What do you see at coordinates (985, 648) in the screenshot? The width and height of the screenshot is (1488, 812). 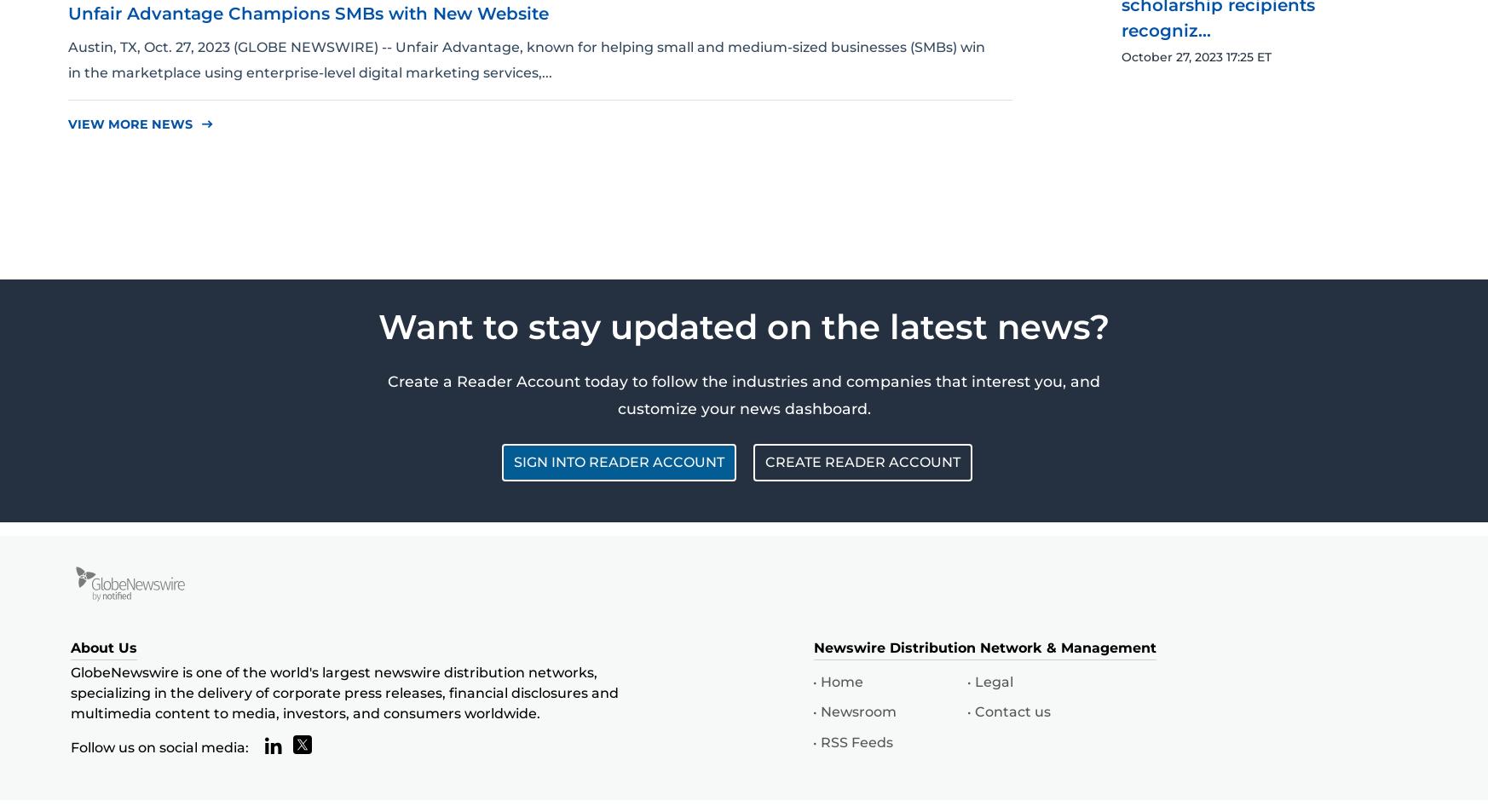 I see `'Newswire Distribution Network & Management'` at bounding box center [985, 648].